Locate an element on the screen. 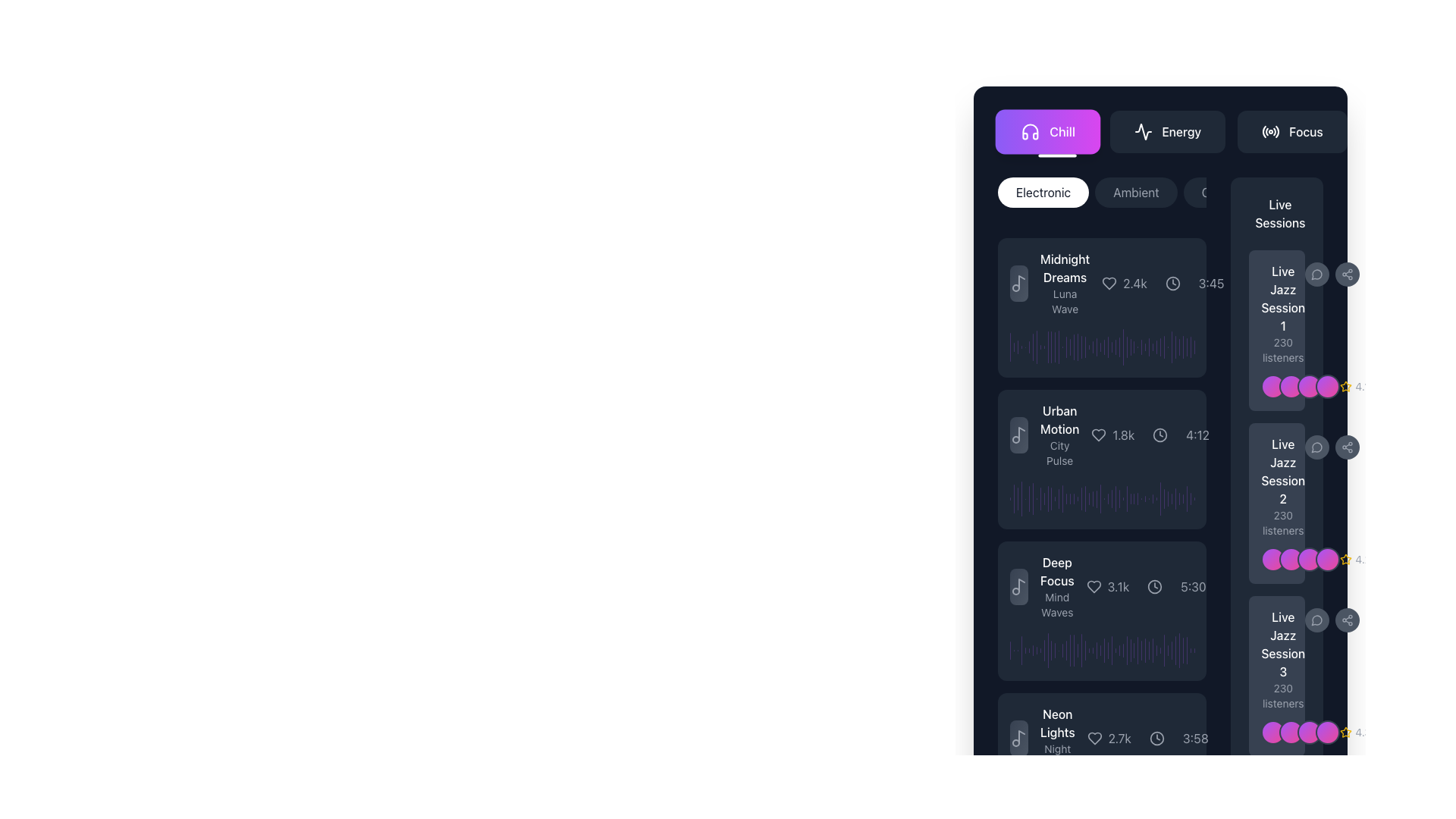 This screenshot has height=819, width=1456. the second circular button located at the bottom right of the card for 'Live Jazz Session 3' to share the associated live session is located at coordinates (1347, 620).